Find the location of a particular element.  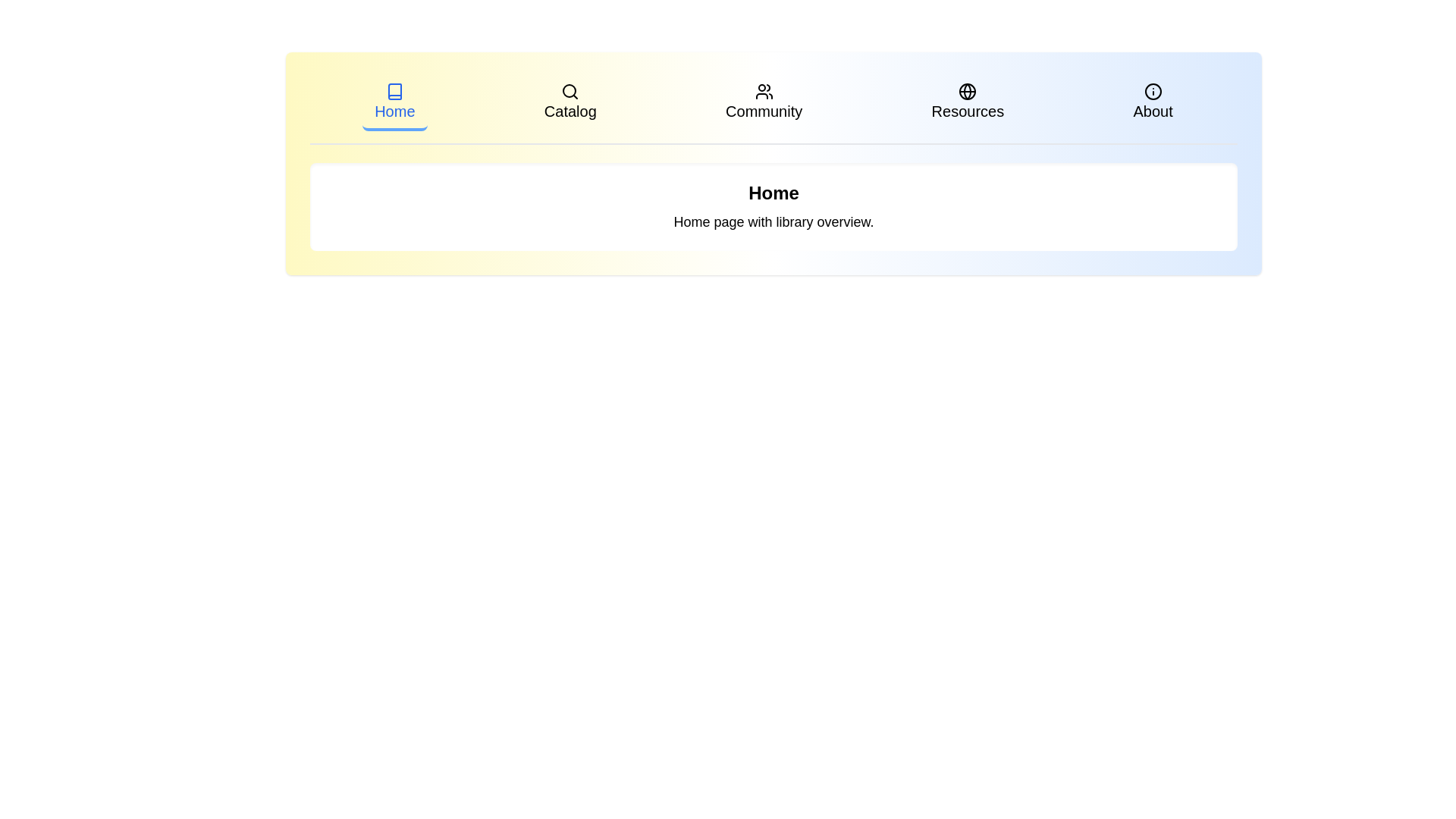

the tab labeled Home to navigate to the respective page is located at coordinates (394, 103).